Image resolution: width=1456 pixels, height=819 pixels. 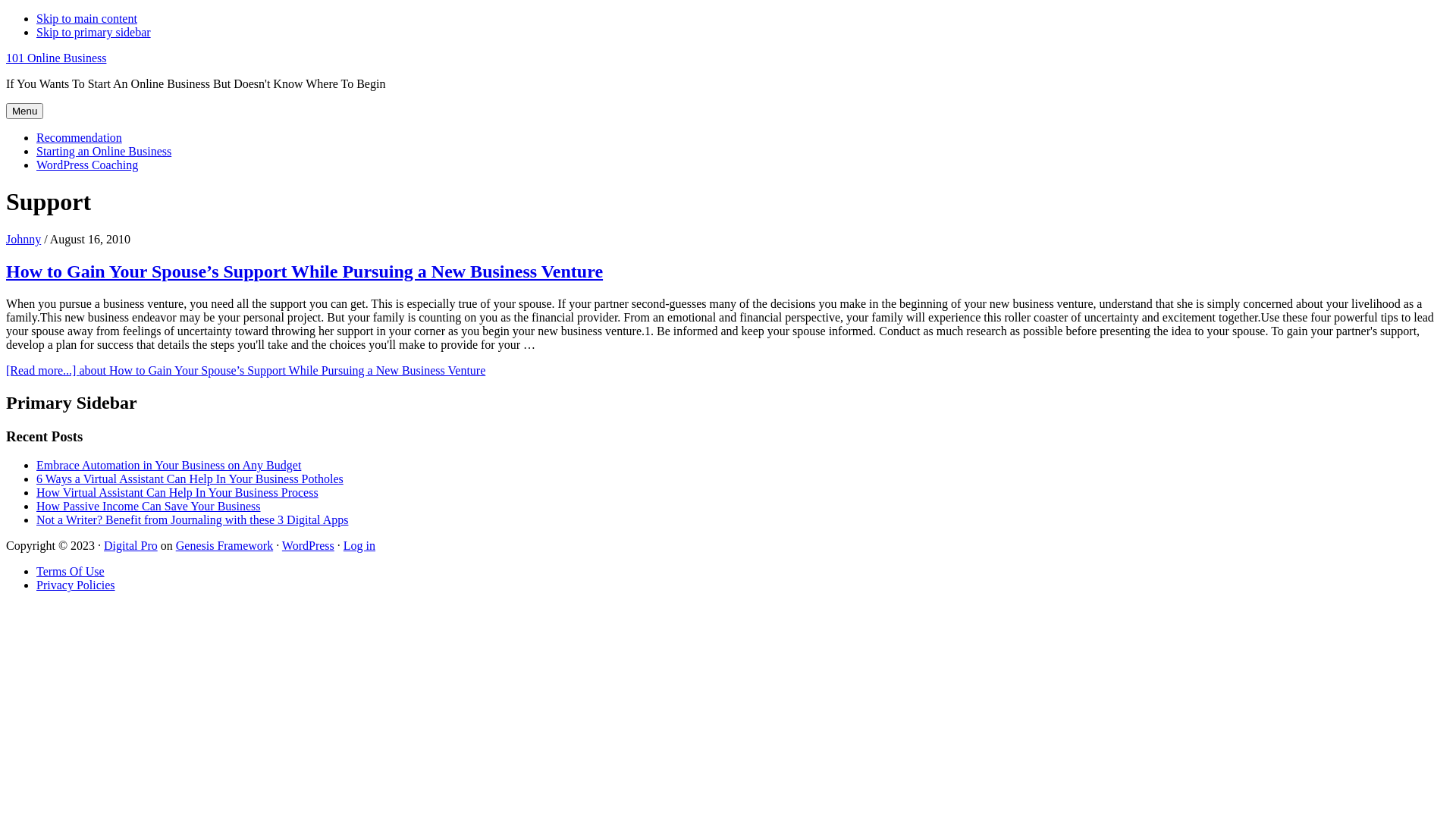 I want to click on 'Skip to primary sidebar', so click(x=93, y=32).